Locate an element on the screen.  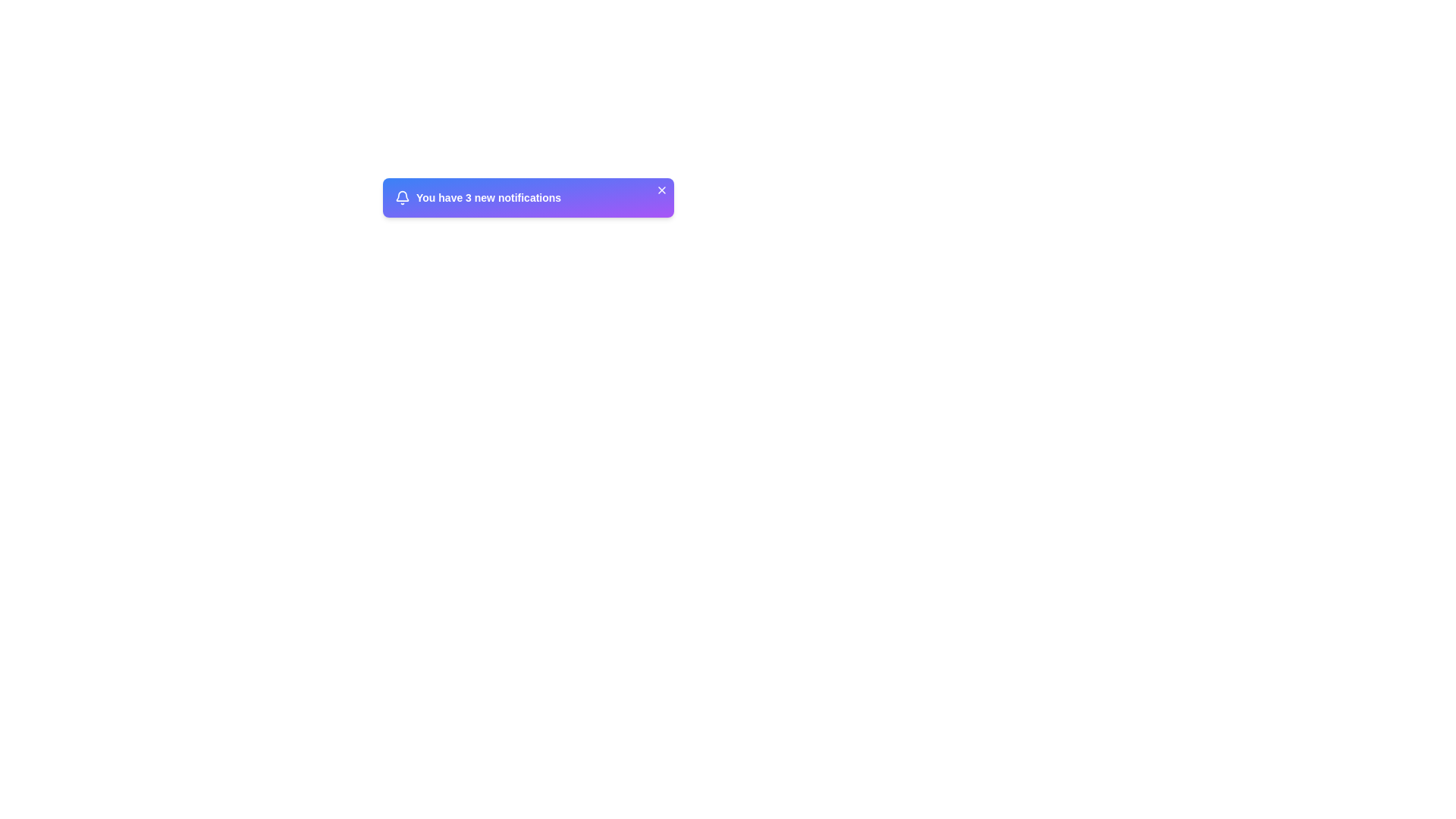
the bell icon located at the far left within the notification bar, which indicates the presence of new alerts or updates is located at coordinates (403, 197).